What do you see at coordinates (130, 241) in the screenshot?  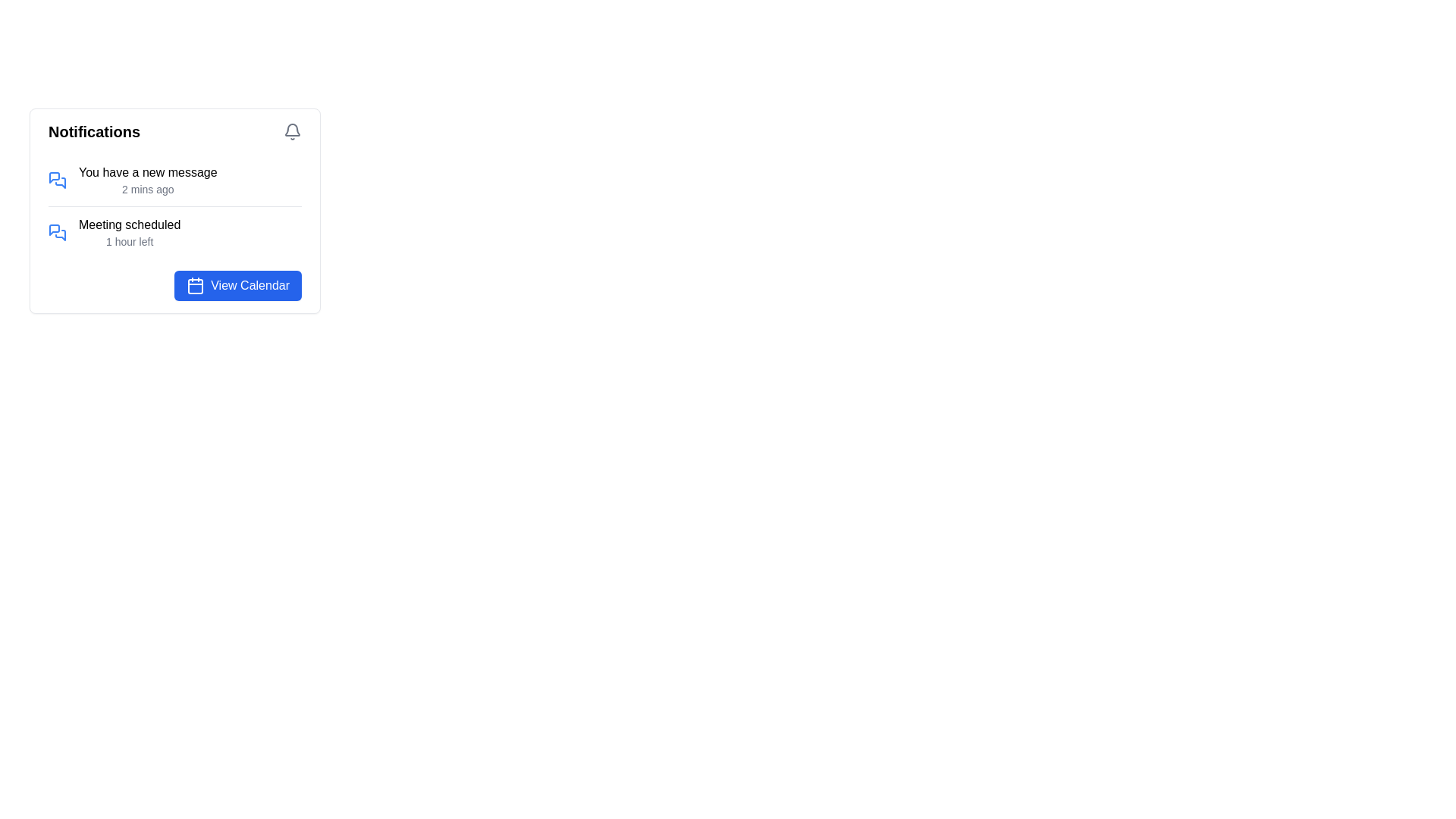 I see `the text label providing additional temporal context for the notification indicating a deadline or remaining time period, located below and aligned to the left of 'Meeting scheduled'` at bounding box center [130, 241].